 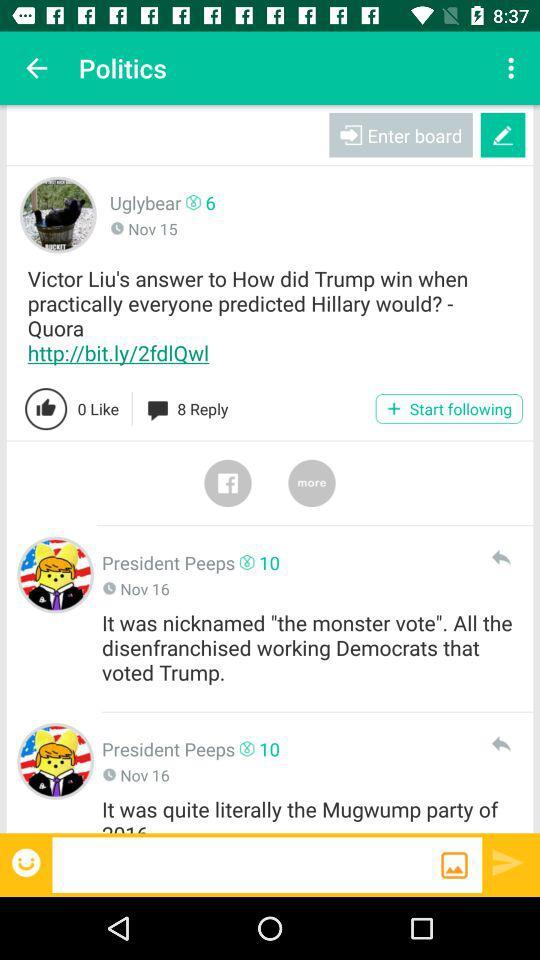 What do you see at coordinates (454, 864) in the screenshot?
I see `allows the user to upload a file` at bounding box center [454, 864].